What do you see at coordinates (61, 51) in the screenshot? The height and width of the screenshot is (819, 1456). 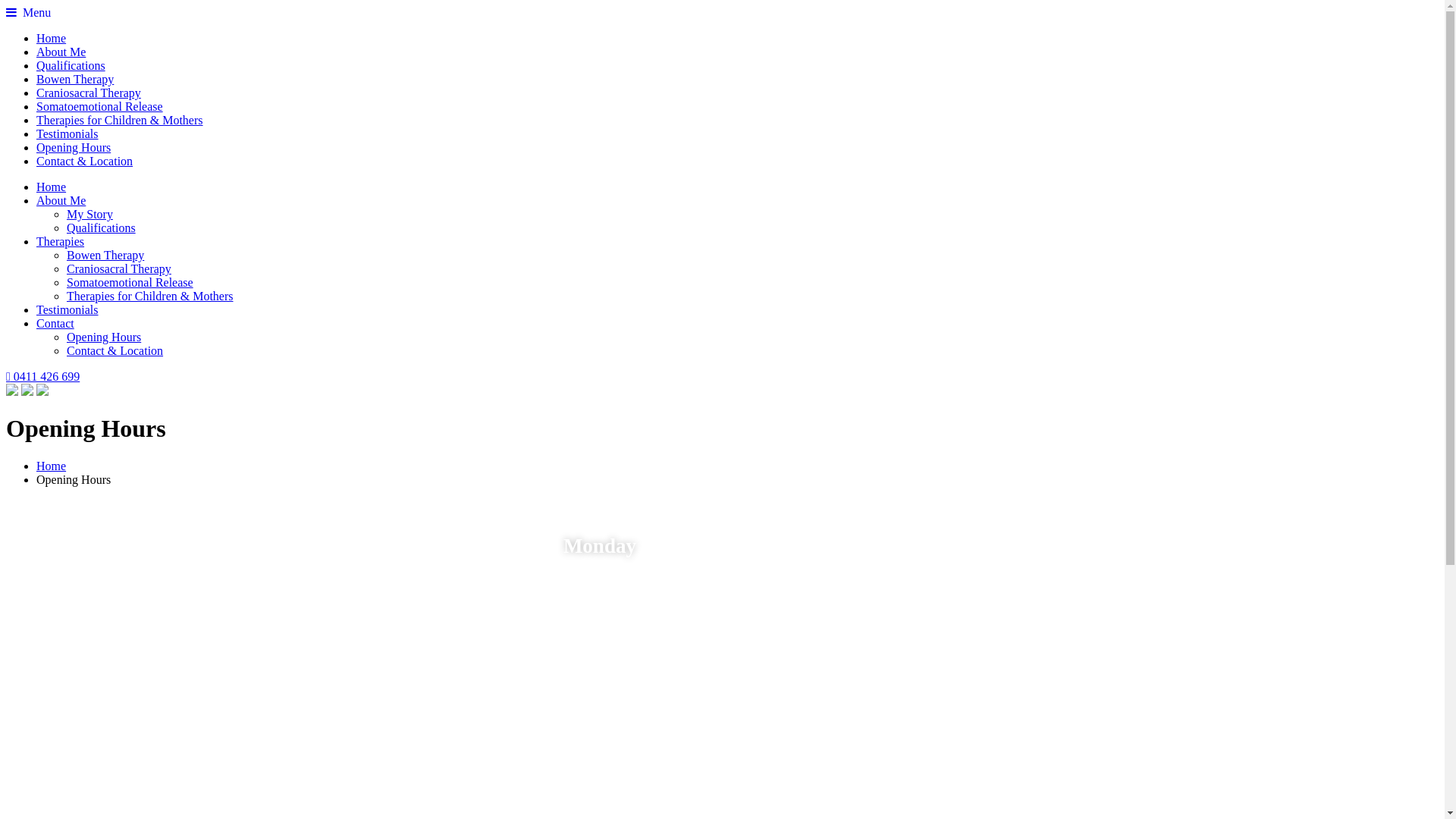 I see `'About Me'` at bounding box center [61, 51].